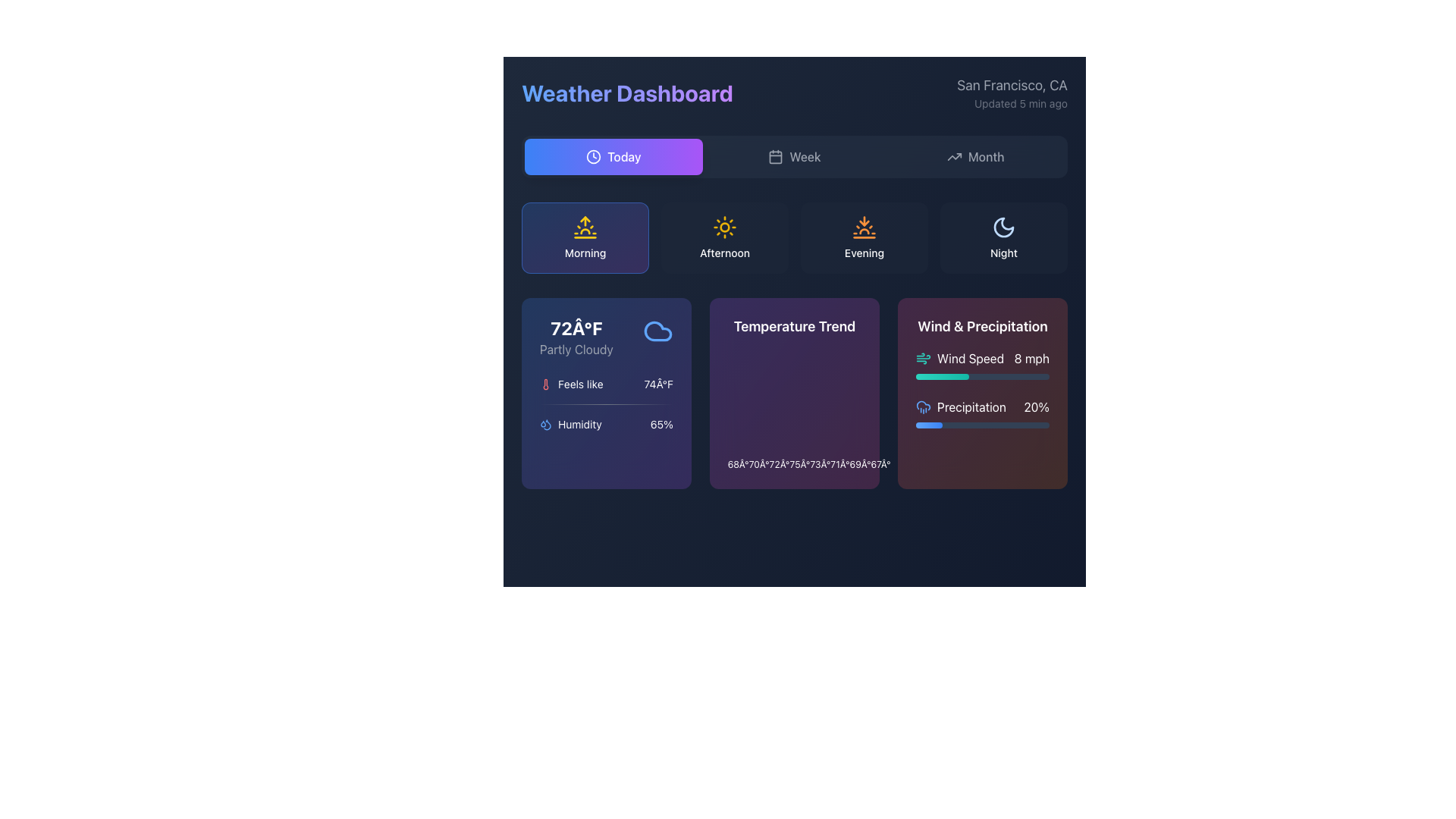  Describe the element at coordinates (971, 406) in the screenshot. I see `the Text label indicating the data type for the associated progress bar and percentage value in the 'Wind & Precipitation' card` at that location.